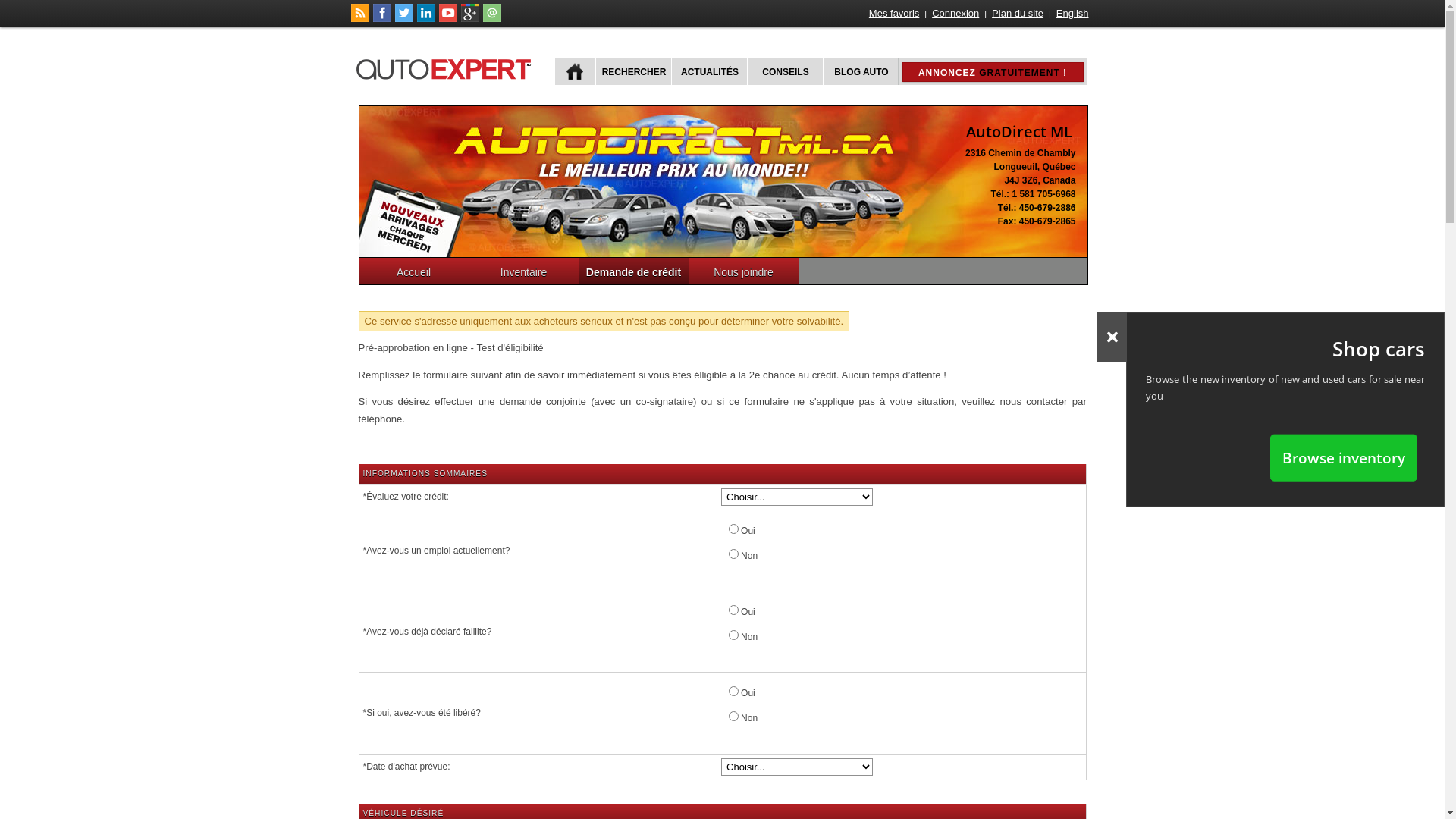 This screenshot has height=819, width=1456. What do you see at coordinates (447, 18) in the screenshot?
I see `'Suivez autoExpert.ca sur Youtube'` at bounding box center [447, 18].